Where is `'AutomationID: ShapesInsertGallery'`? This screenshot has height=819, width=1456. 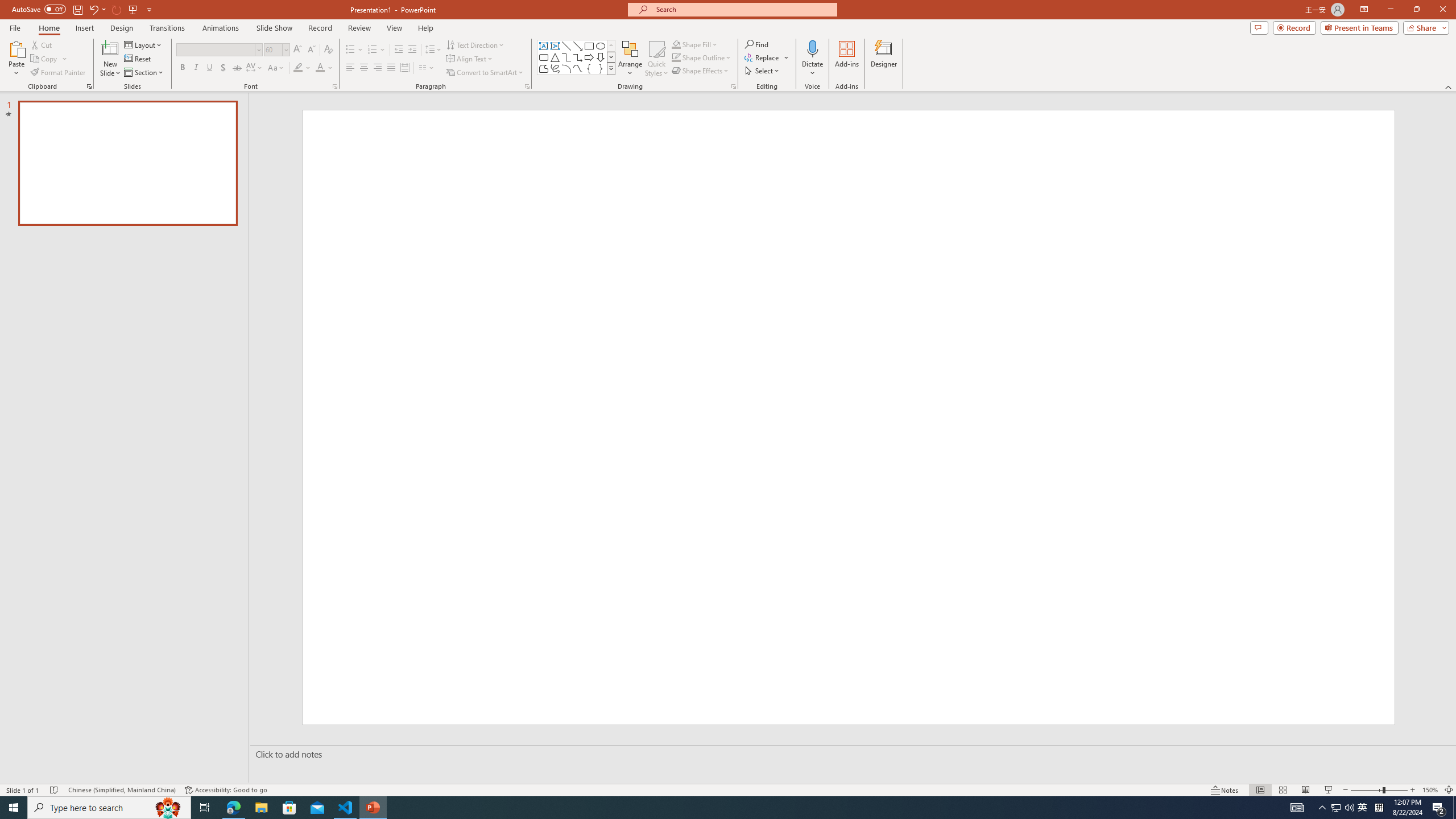 'AutomationID: ShapesInsertGallery' is located at coordinates (576, 57).